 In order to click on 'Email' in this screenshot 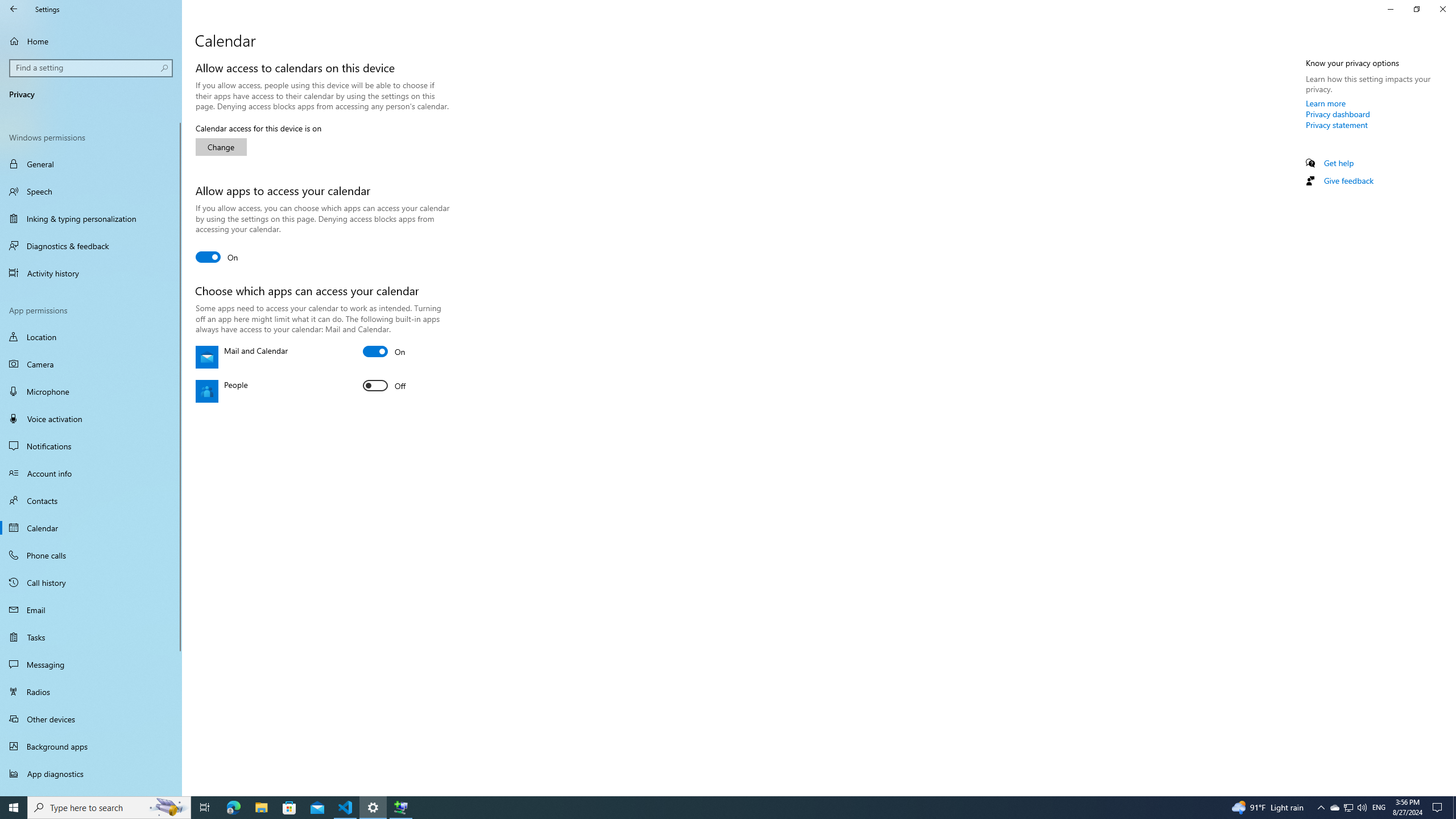, I will do `click(90, 610)`.